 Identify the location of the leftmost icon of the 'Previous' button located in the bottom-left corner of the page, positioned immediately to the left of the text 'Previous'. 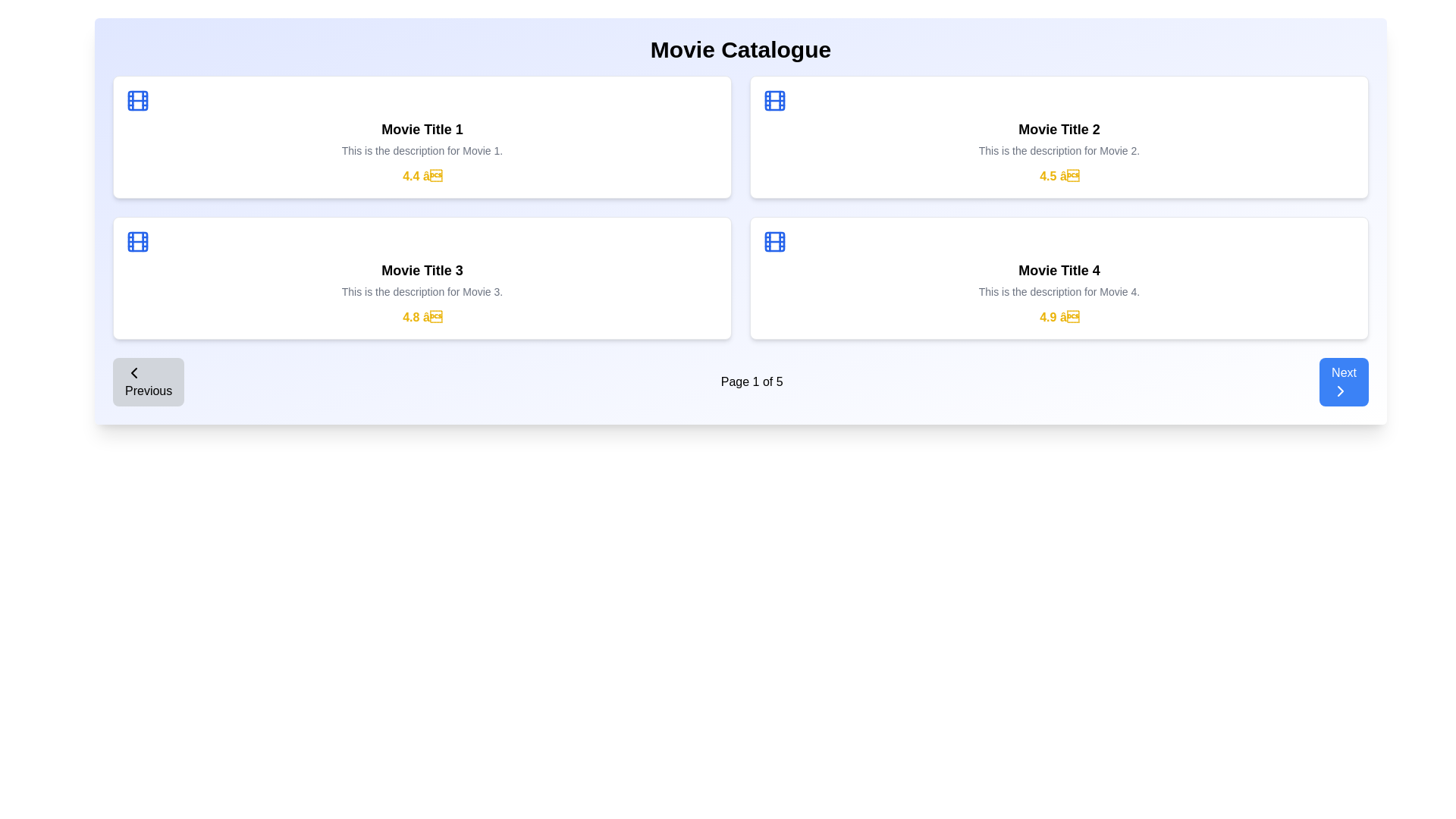
(134, 373).